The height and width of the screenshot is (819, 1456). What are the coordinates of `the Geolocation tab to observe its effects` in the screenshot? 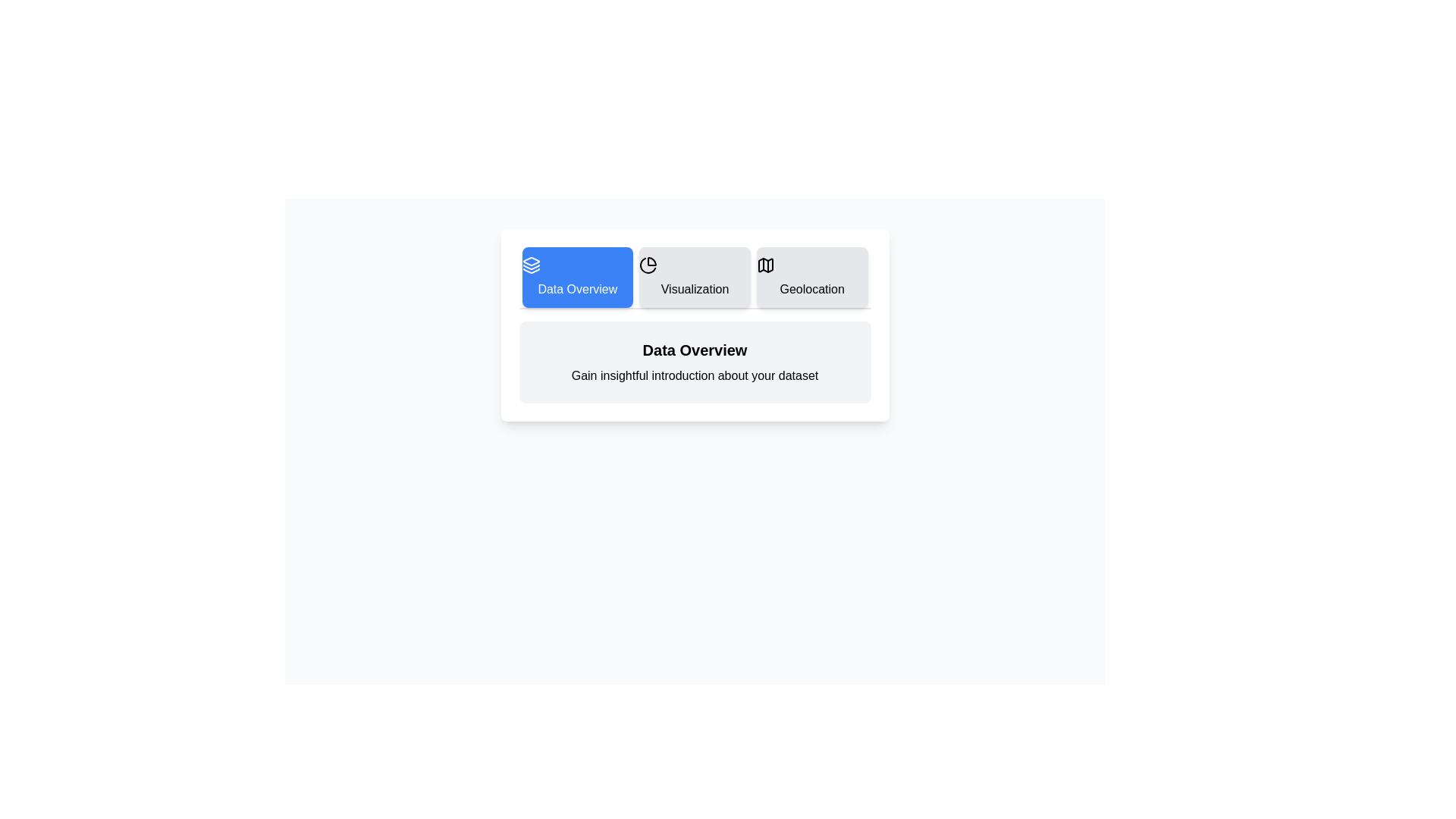 It's located at (811, 278).